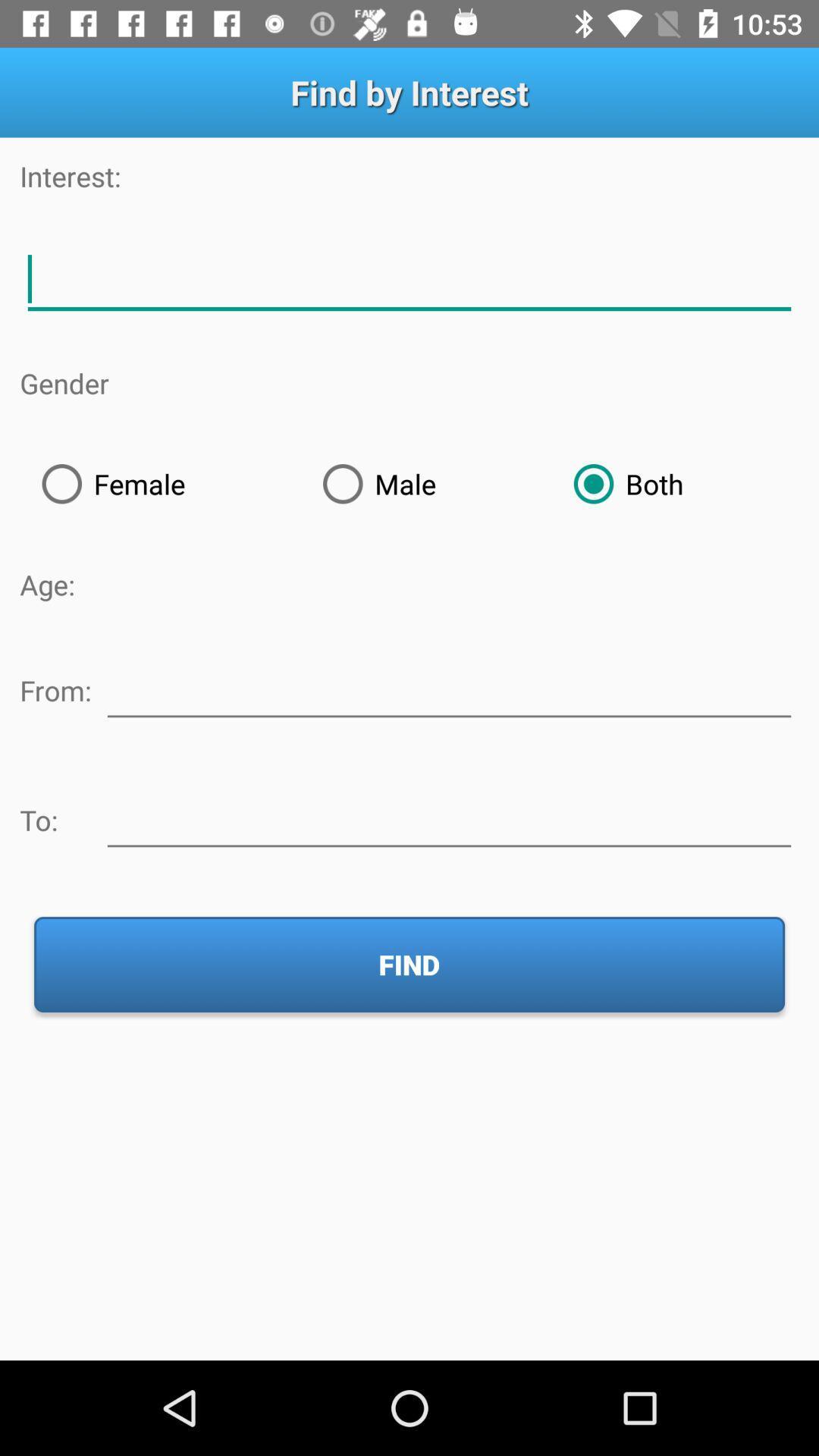 The width and height of the screenshot is (819, 1456). Describe the element at coordinates (674, 483) in the screenshot. I see `icon at the top right corner` at that location.